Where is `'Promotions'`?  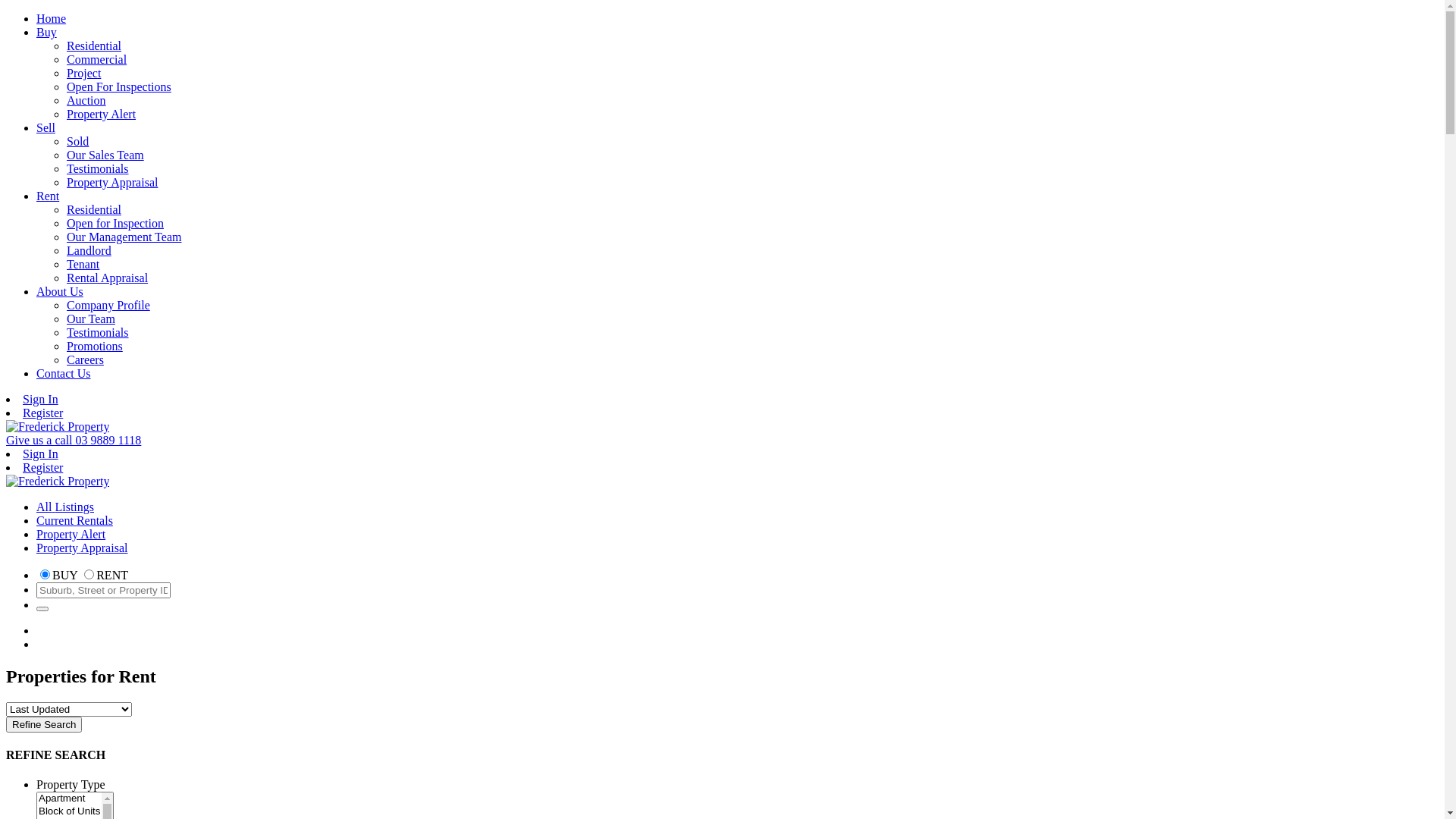
'Promotions' is located at coordinates (65, 346).